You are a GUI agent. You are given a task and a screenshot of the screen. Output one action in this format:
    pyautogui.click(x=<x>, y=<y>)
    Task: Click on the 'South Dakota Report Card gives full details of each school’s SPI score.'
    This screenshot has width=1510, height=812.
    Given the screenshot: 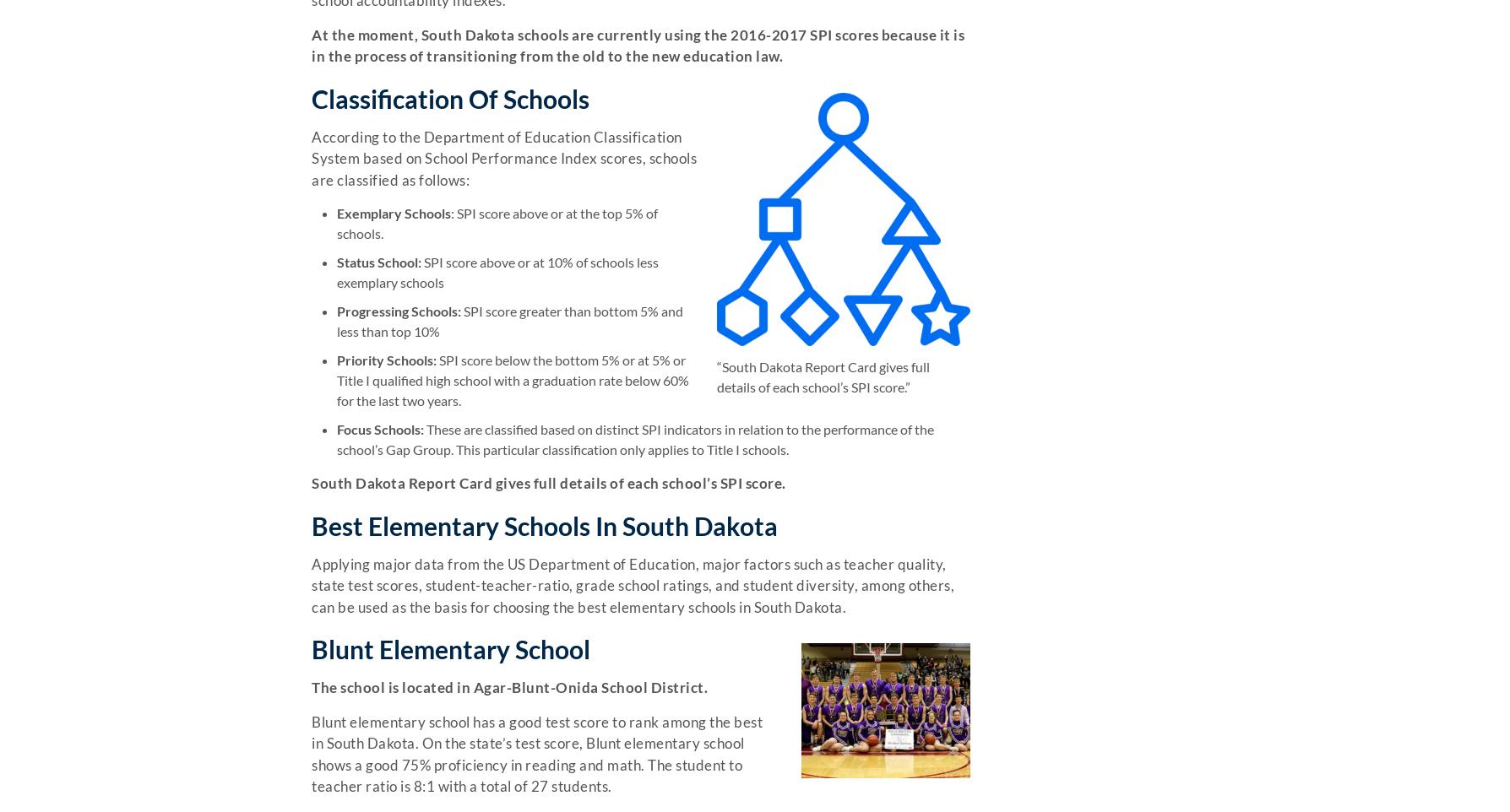 What is the action you would take?
    pyautogui.click(x=548, y=483)
    